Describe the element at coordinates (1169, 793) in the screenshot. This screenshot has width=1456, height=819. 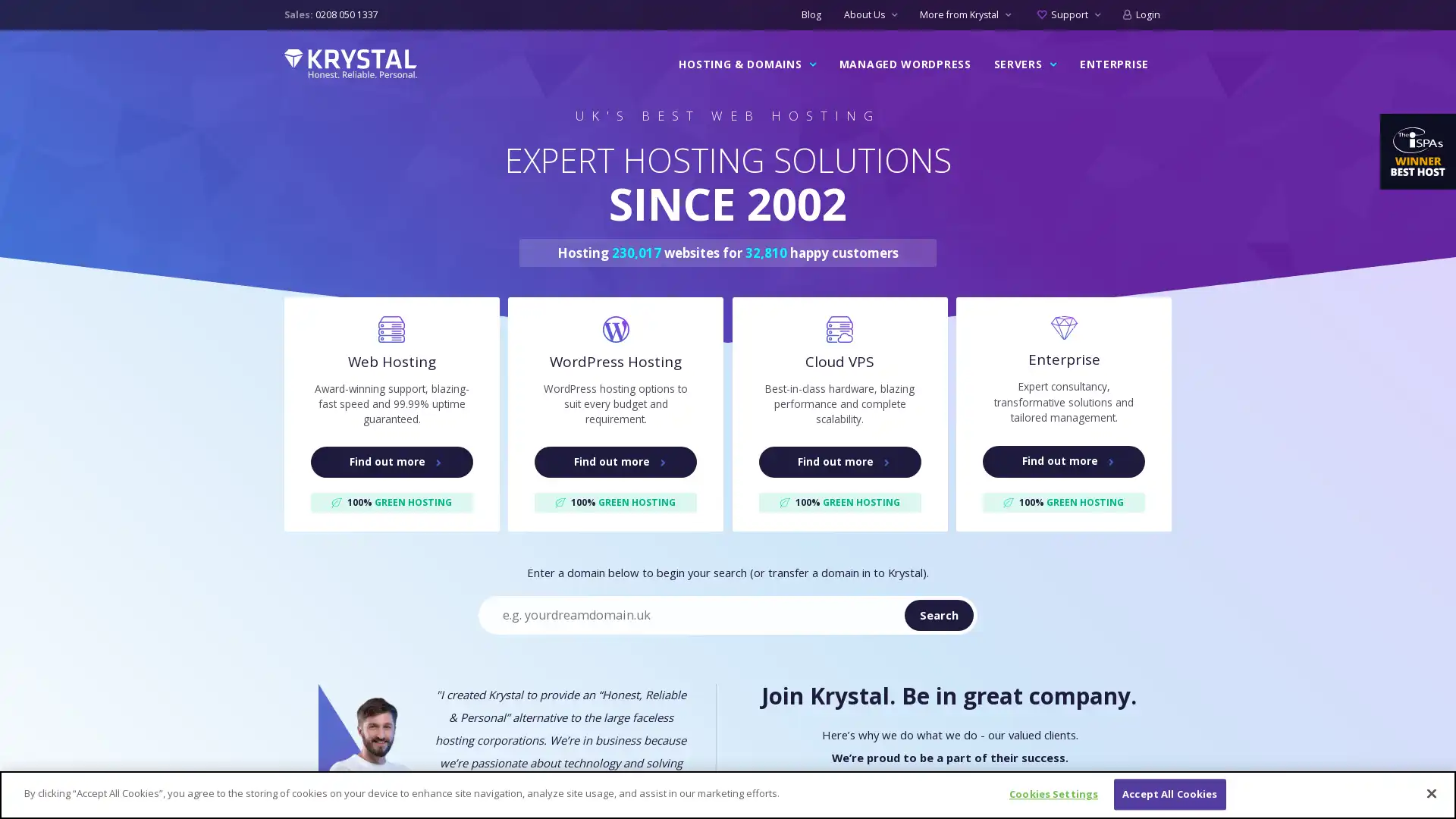
I see `Accept All Cookies` at that location.